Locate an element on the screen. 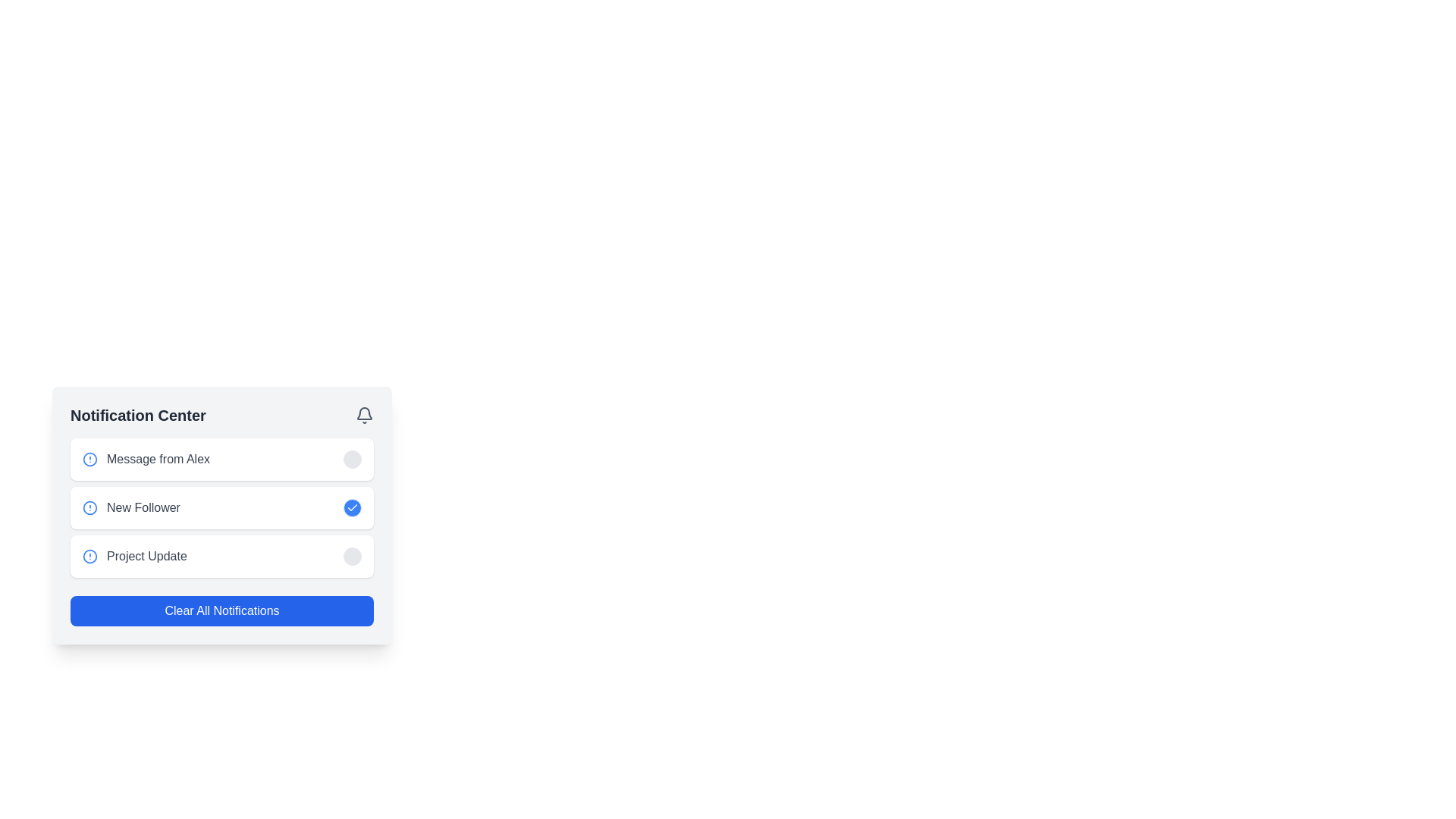  the SVG circle that represents the 'New Follower' notification indicator within its alert icon is located at coordinates (89, 508).